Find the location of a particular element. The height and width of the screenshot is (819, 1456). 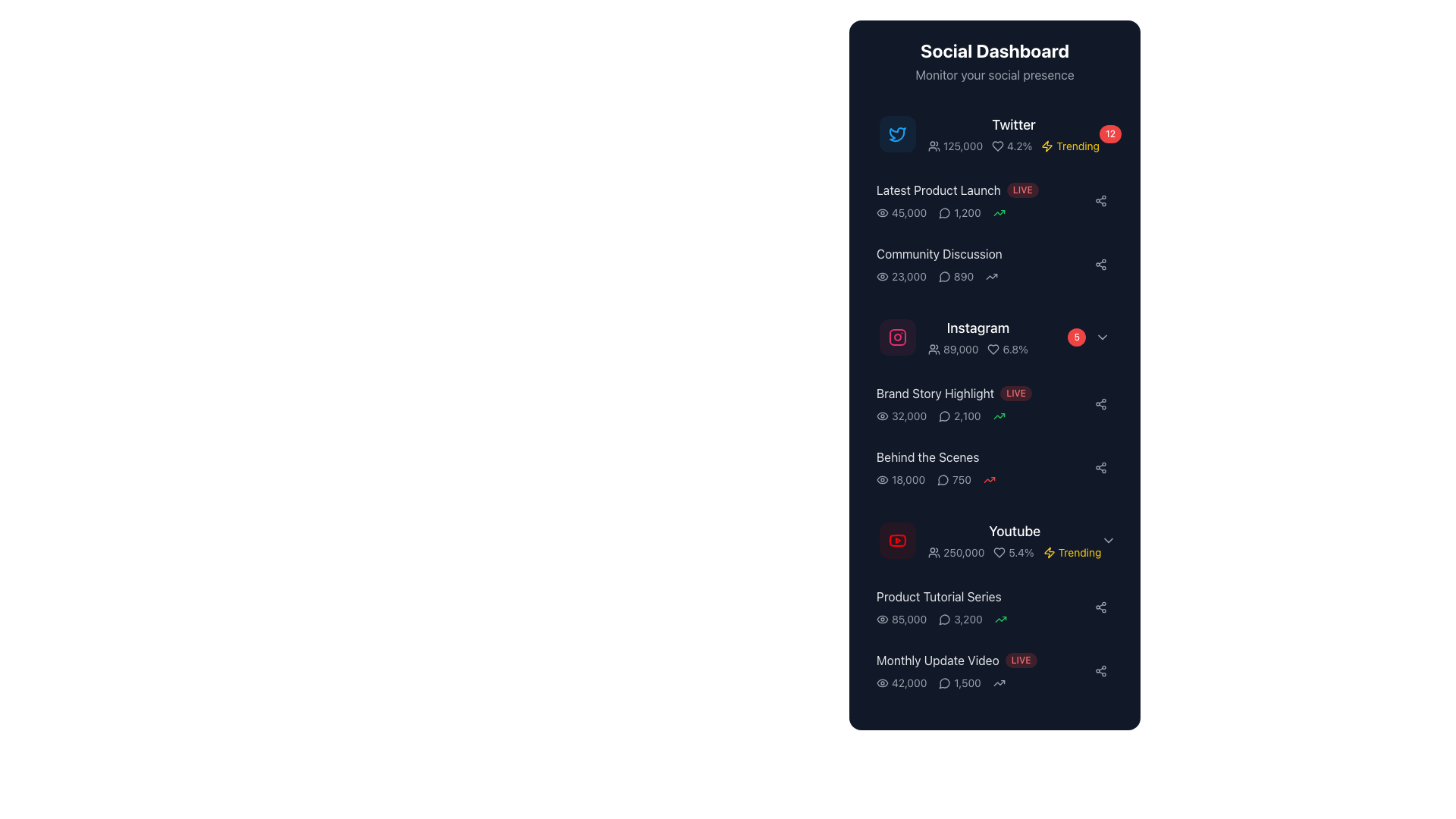

the information display group containing the eye icon, views count '42,000', chat icon, and comments count '1,500' for additional options is located at coordinates (983, 683).